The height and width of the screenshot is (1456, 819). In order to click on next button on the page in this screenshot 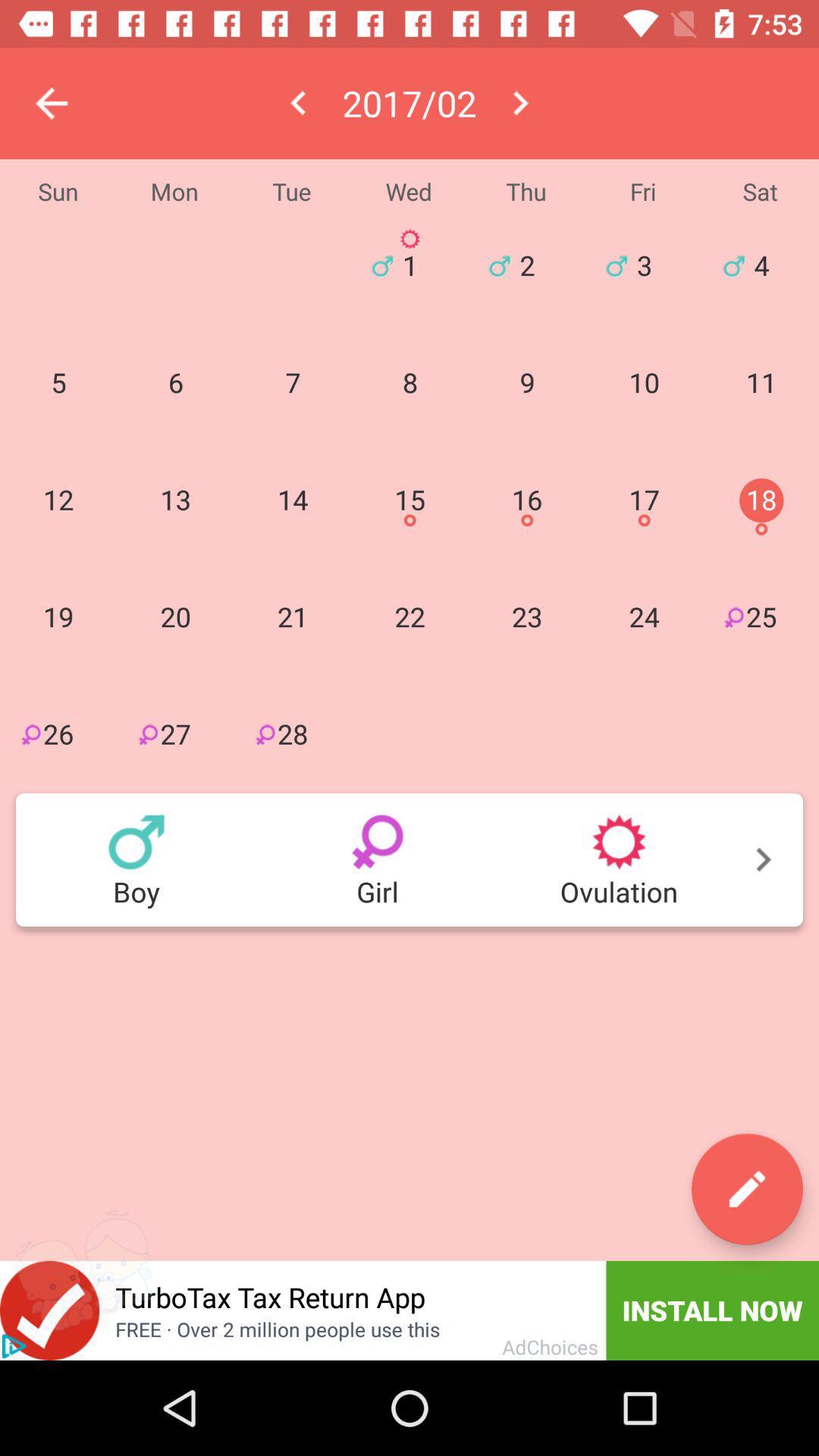, I will do `click(409, 859)`.